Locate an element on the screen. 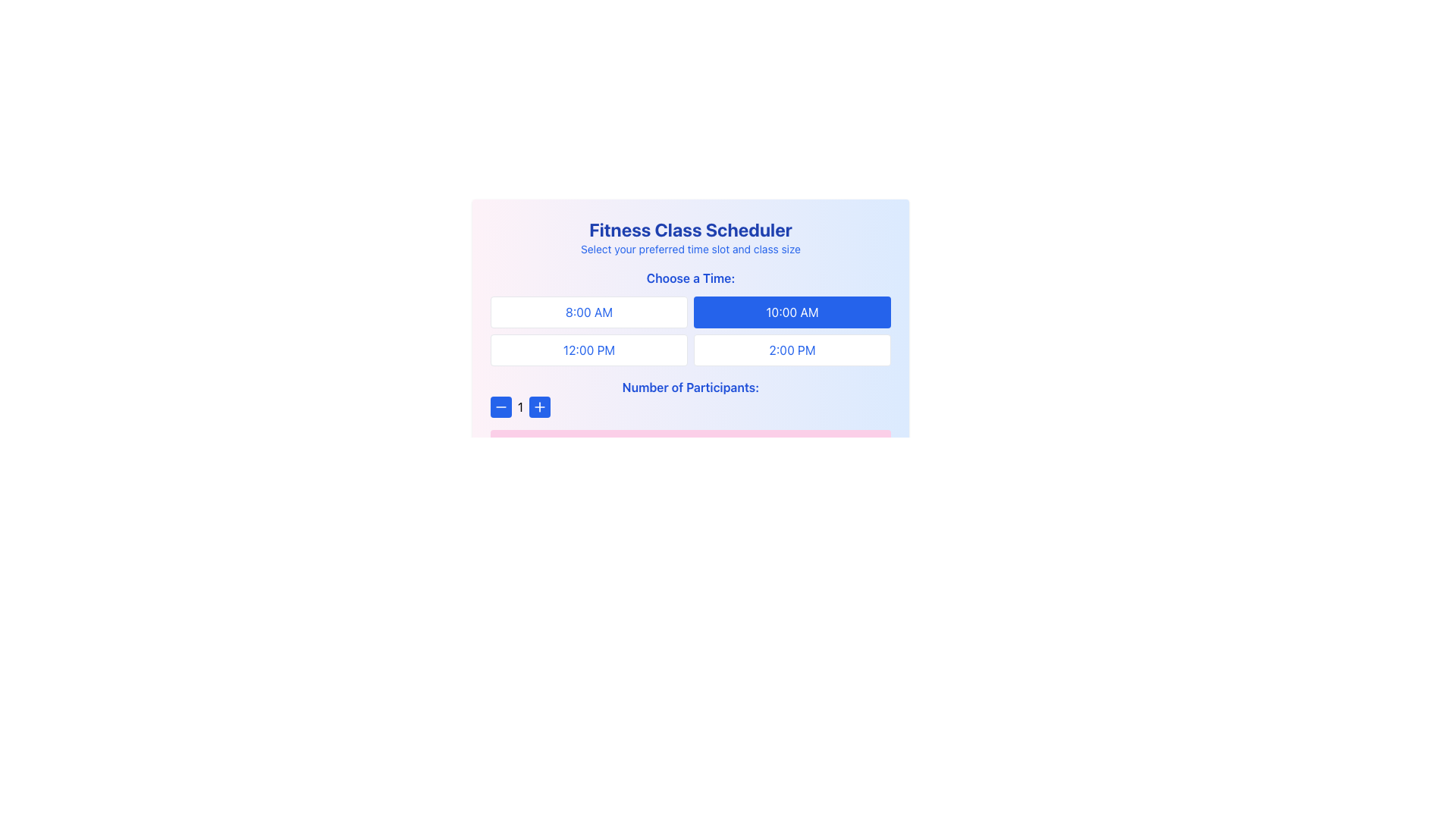 The height and width of the screenshot is (819, 1456). value displayed in the static text label that shows the current number of participants, positioned between the minus and plus buttons is located at coordinates (520, 406).